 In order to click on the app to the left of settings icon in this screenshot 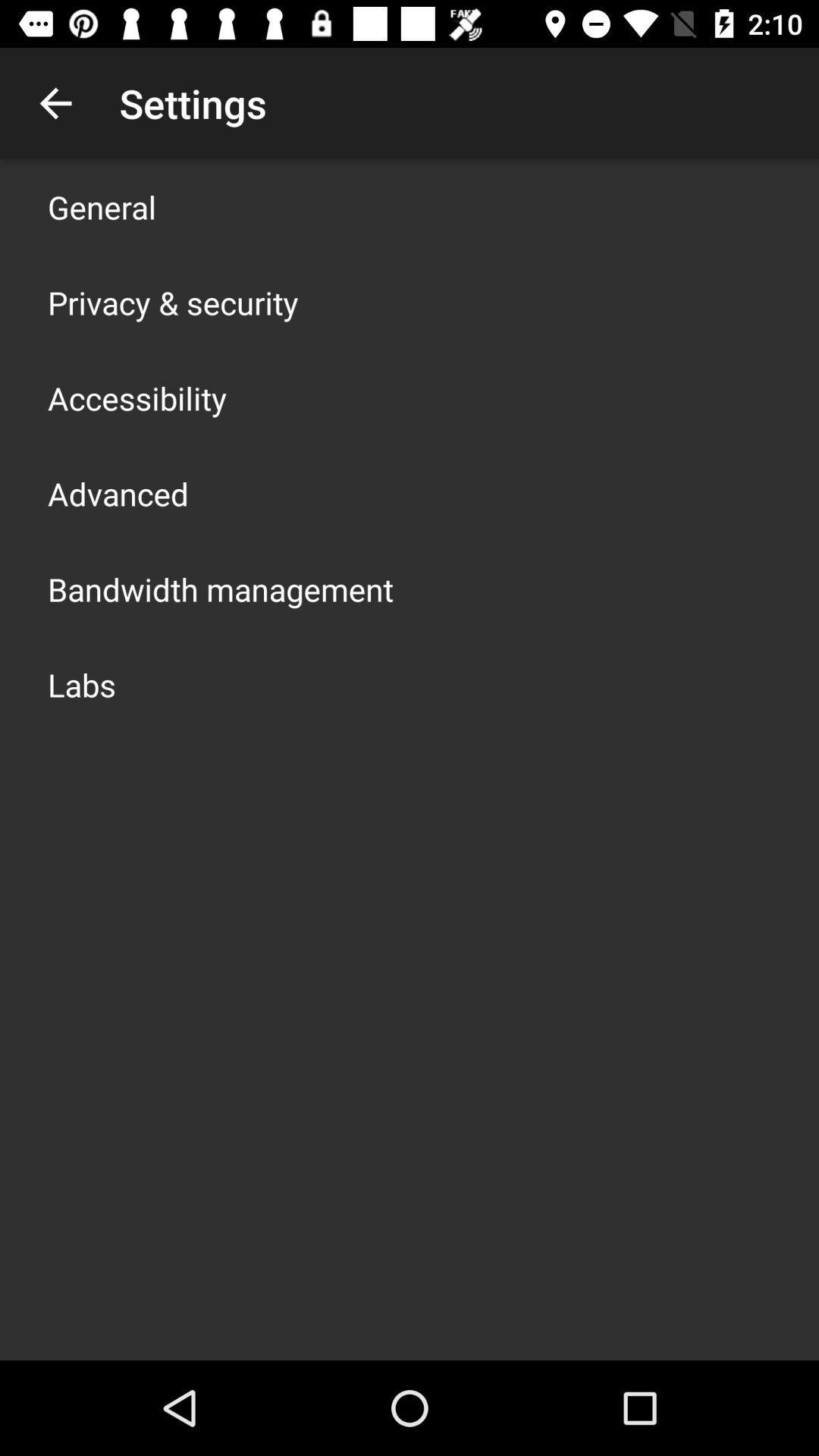, I will do `click(55, 102)`.